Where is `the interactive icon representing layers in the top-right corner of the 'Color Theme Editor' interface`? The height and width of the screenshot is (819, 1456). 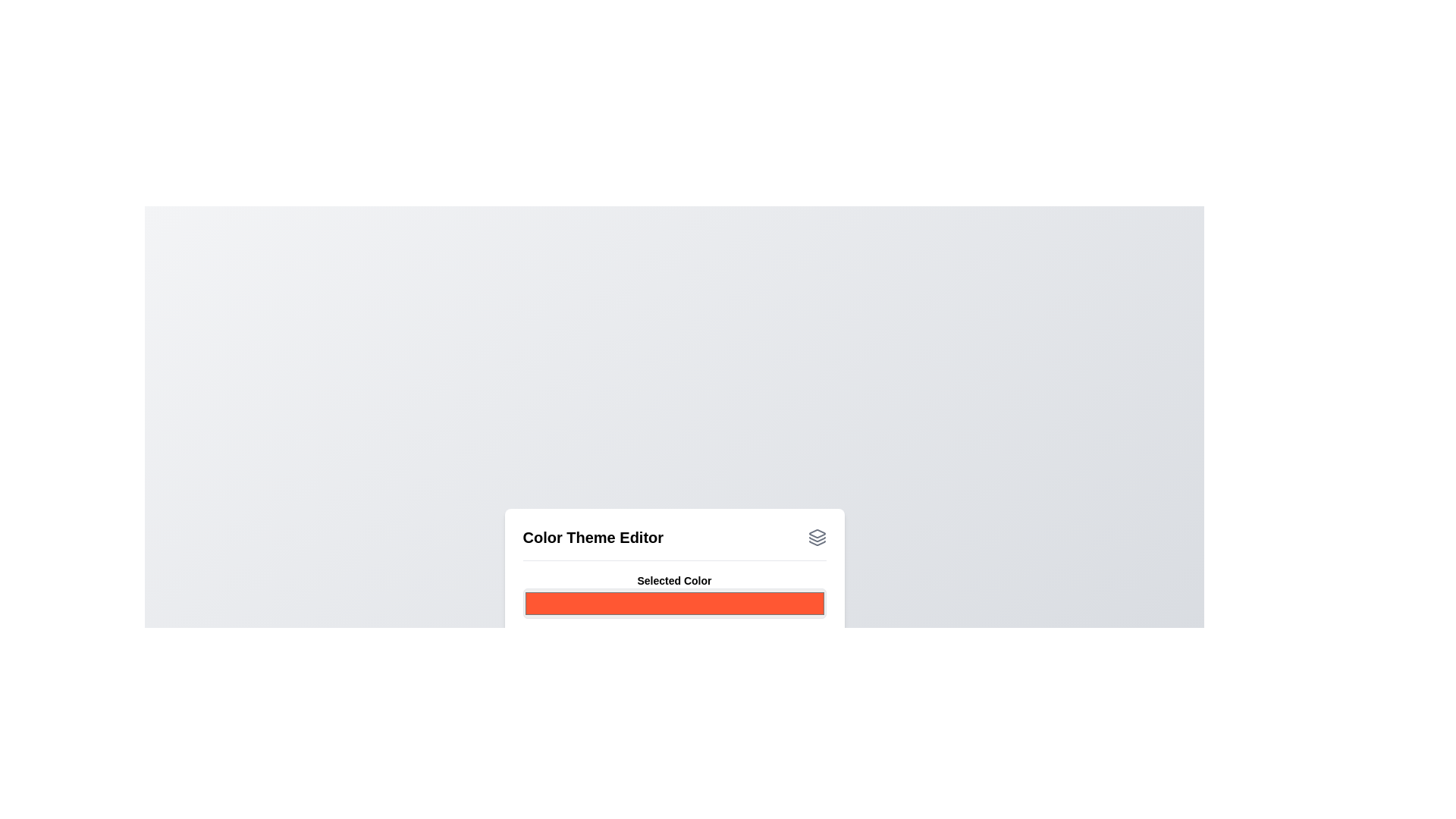 the interactive icon representing layers in the top-right corner of the 'Color Theme Editor' interface is located at coordinates (816, 536).